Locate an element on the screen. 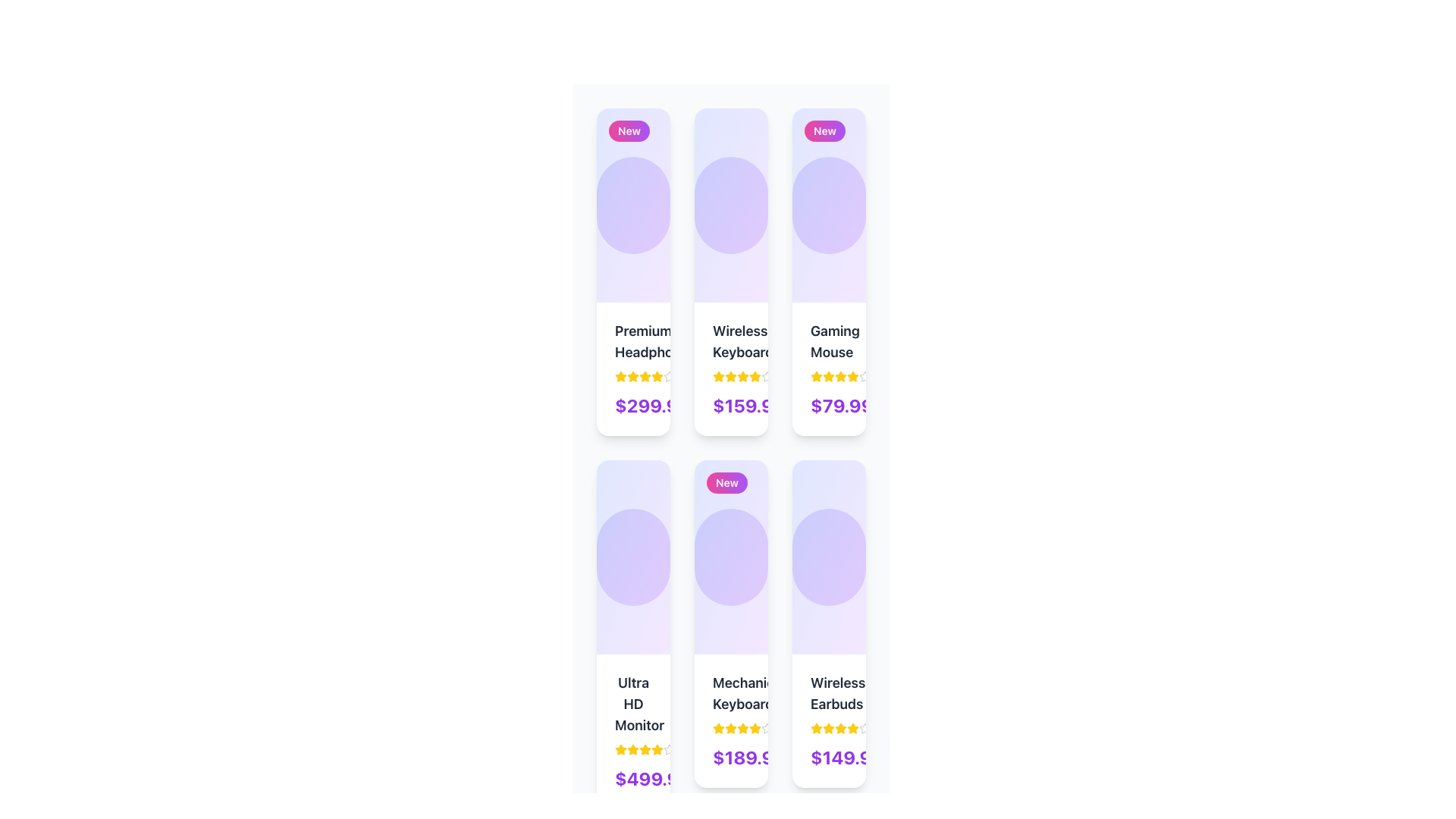 This screenshot has height=819, width=1456. the round badge labeled 'New' with a gradient background transitioning from pink to purple, located in the upper-left part of the 'Mechanical Keyboard' section card layout is located at coordinates (731, 557).